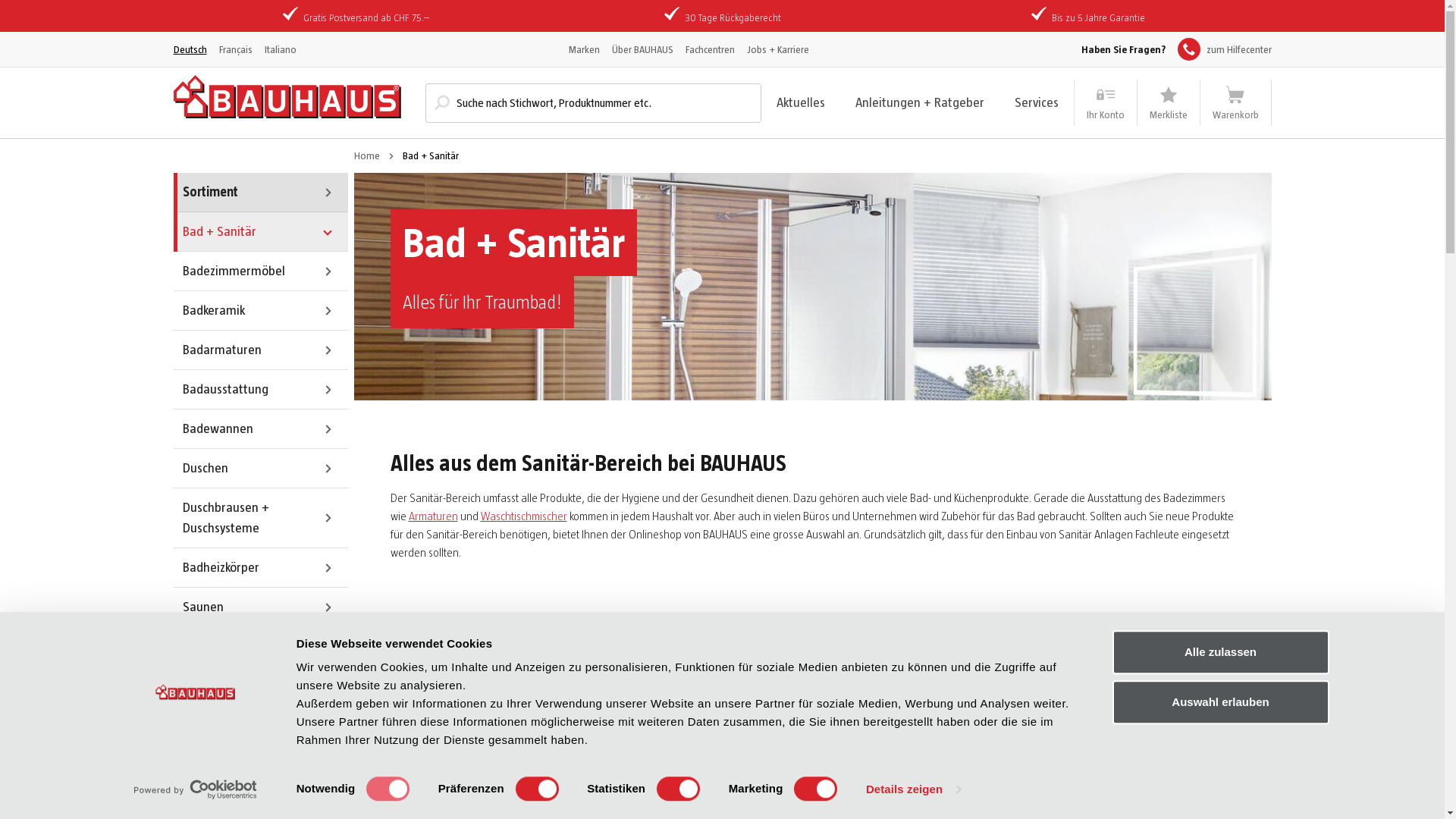 The image size is (1456, 819). What do you see at coordinates (800, 102) in the screenshot?
I see `'Aktuelles'` at bounding box center [800, 102].